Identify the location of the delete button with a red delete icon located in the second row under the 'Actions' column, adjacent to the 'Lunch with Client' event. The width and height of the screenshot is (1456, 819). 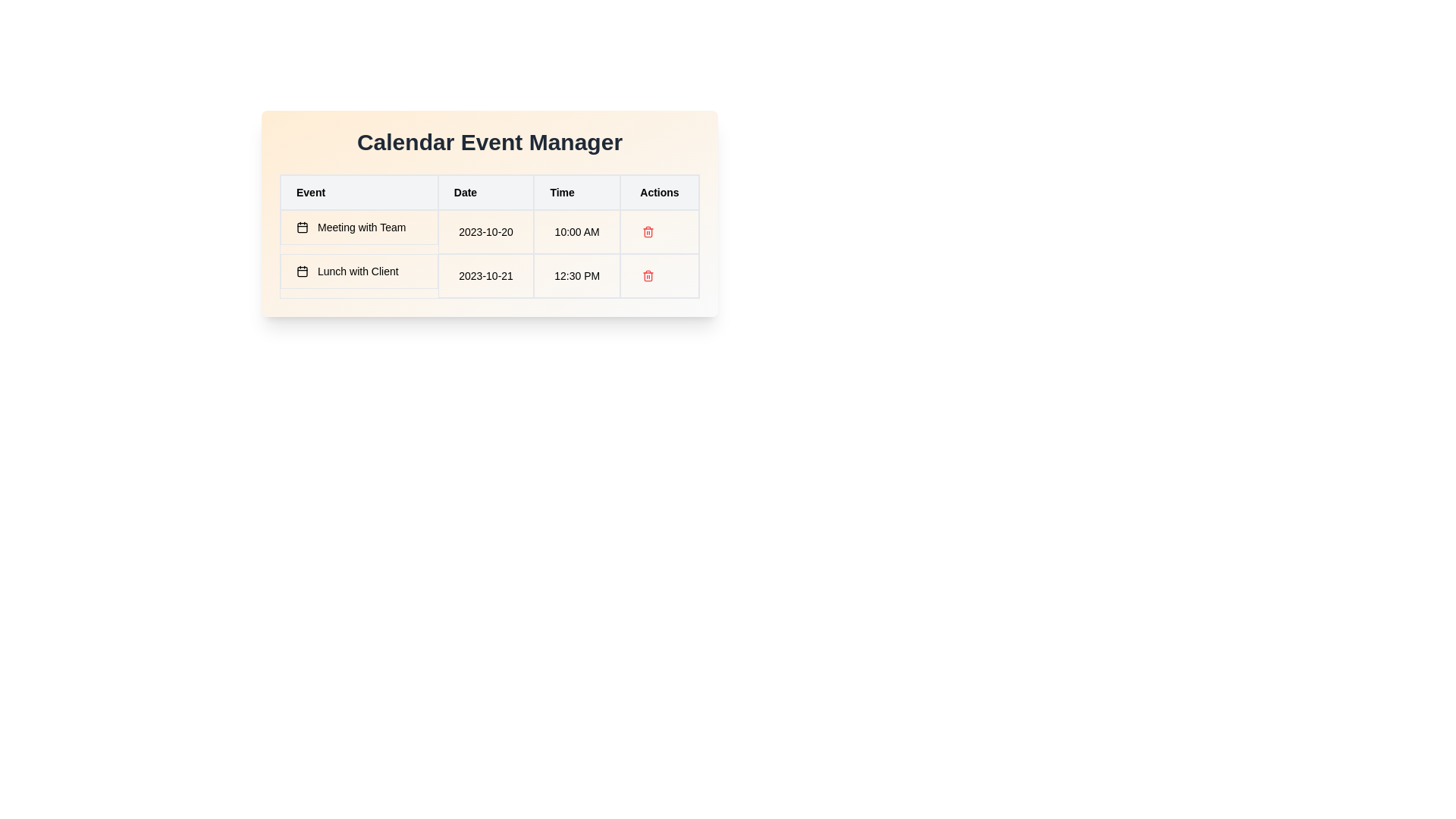
(659, 275).